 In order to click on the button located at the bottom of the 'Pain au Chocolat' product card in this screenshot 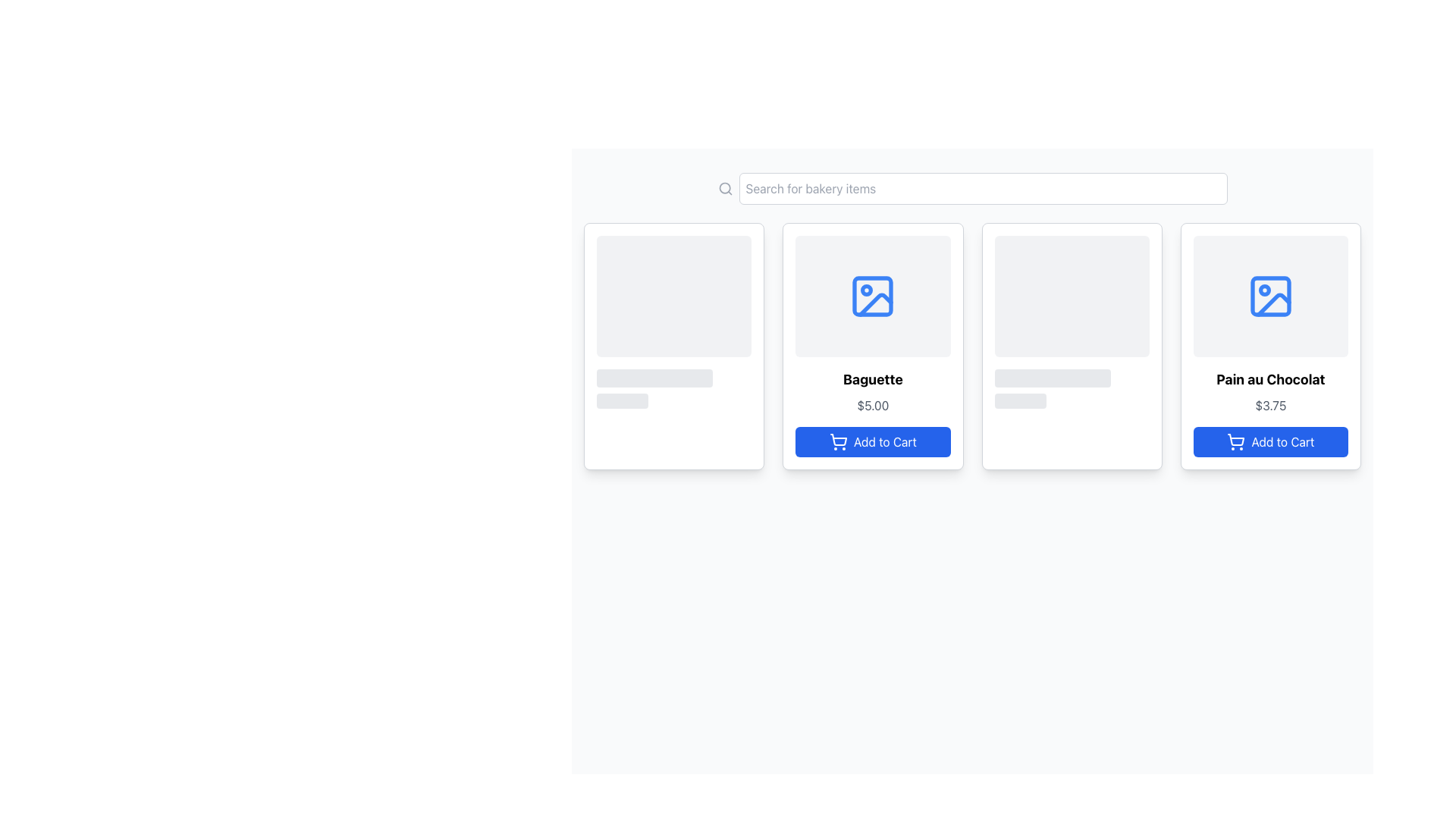, I will do `click(1270, 441)`.